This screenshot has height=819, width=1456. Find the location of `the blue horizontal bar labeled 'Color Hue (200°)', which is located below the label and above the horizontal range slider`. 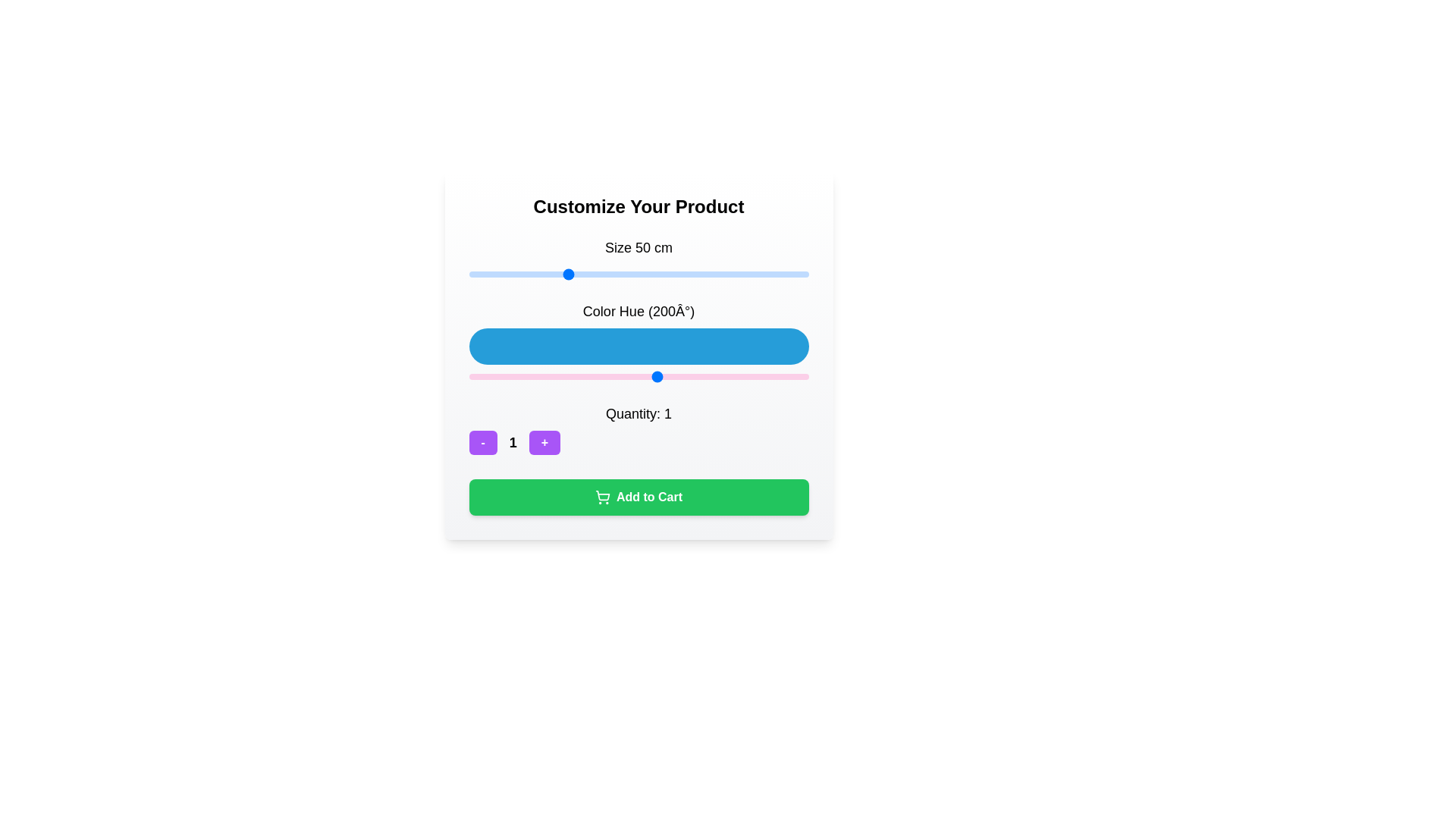

the blue horizontal bar labeled 'Color Hue (200°)', which is located below the label and above the horizontal range slider is located at coordinates (639, 343).